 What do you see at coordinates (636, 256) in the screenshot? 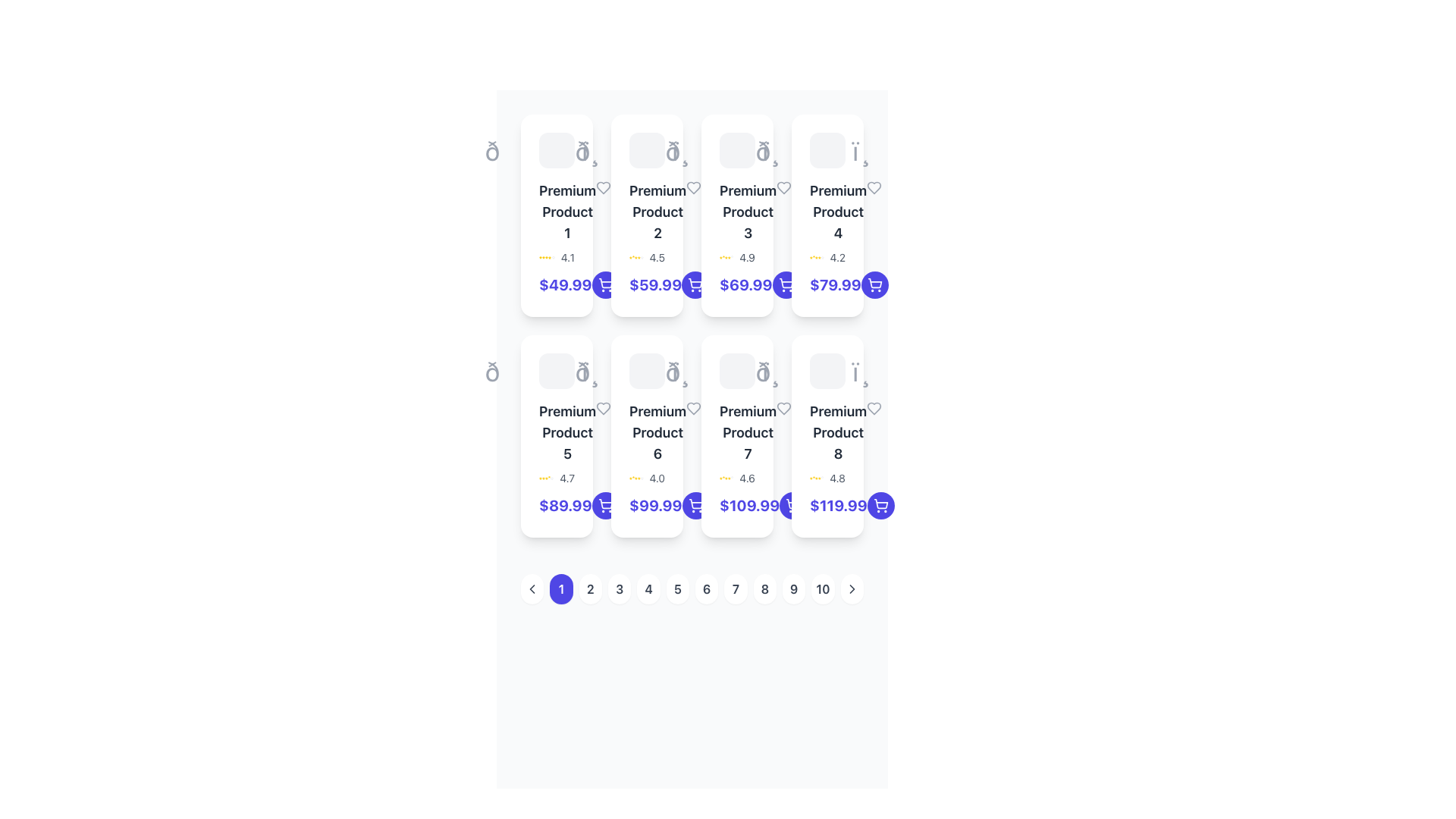
I see `the yellow-filled star icon, which is the fourth star in the 5-star rating system for the product card titled 'Premium Product 2', located in the second column of the first row` at bounding box center [636, 256].